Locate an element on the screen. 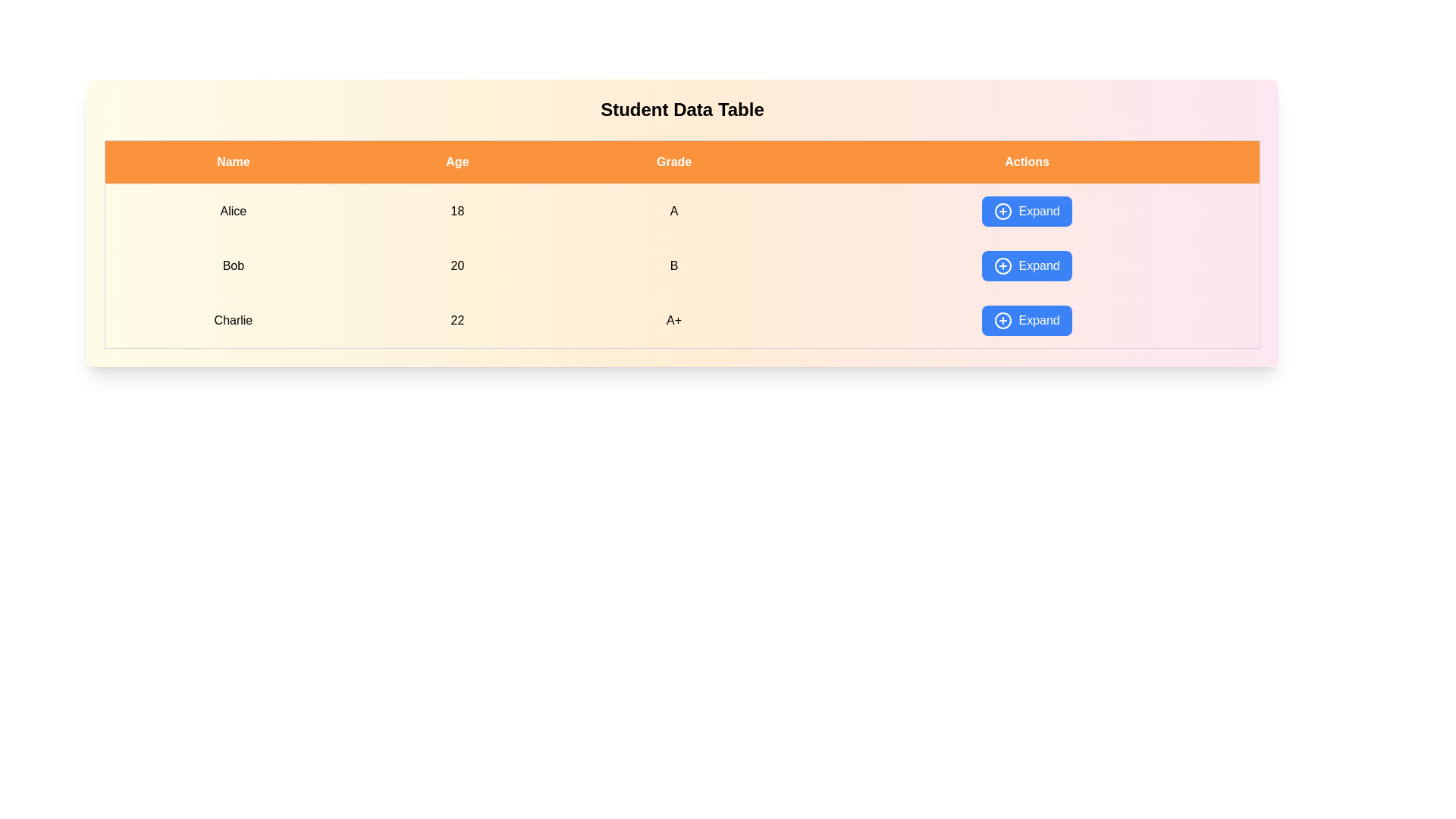 Image resolution: width=1456 pixels, height=819 pixels. the text label displaying the grade for the student 'Alice' in the 'Grade' column of the table is located at coordinates (673, 211).